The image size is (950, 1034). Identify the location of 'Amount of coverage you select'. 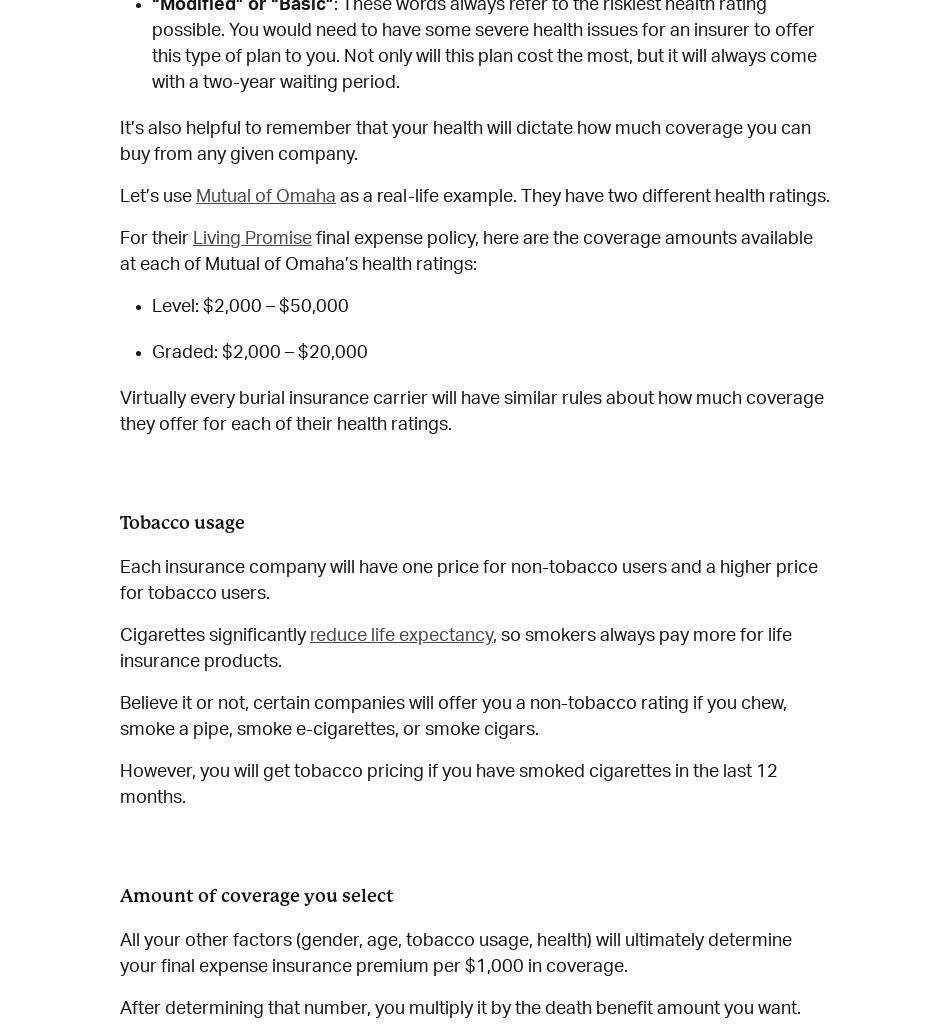
(255, 894).